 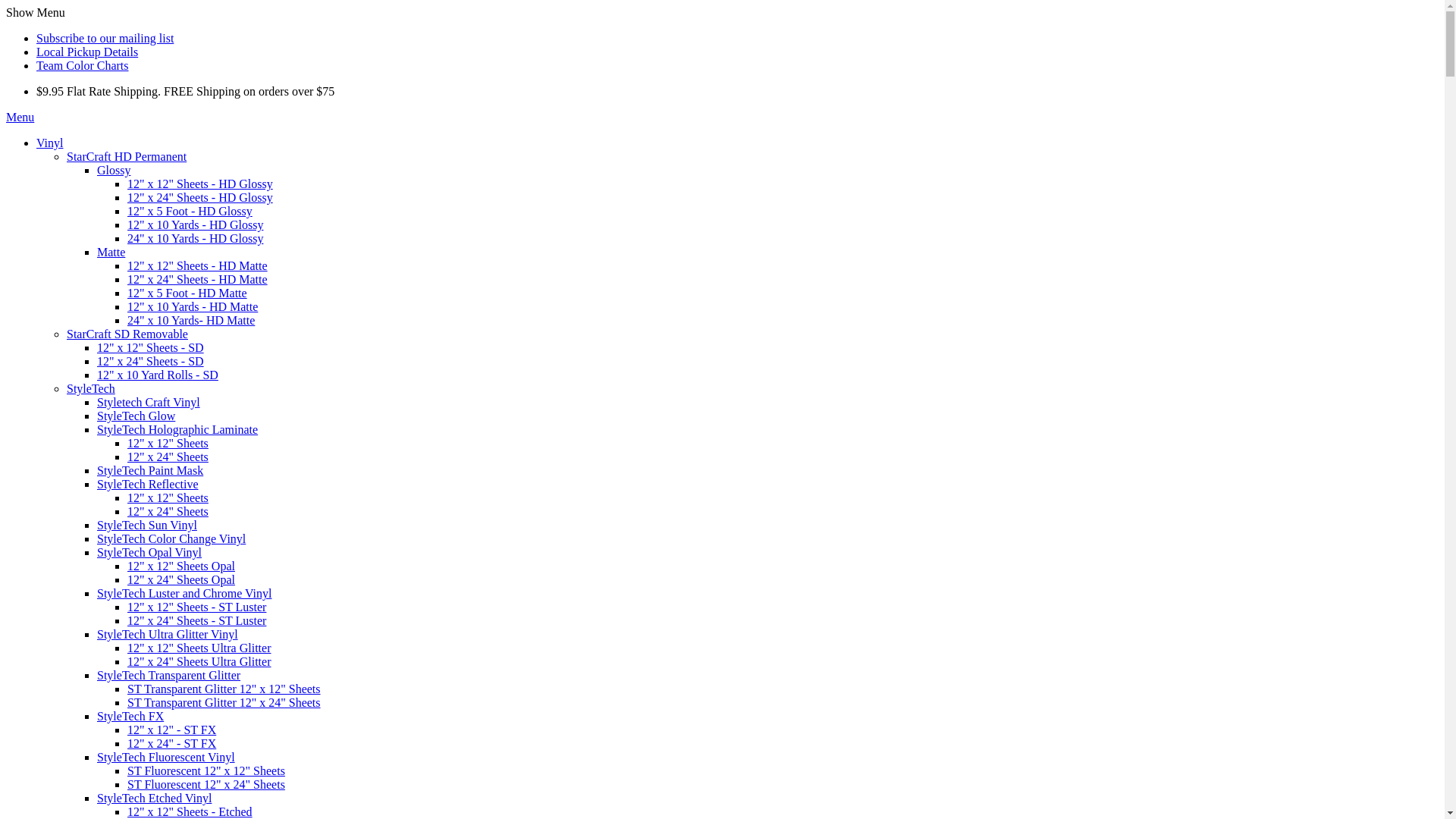 What do you see at coordinates (196, 265) in the screenshot?
I see `'12" x 12" Sheets - HD Matte'` at bounding box center [196, 265].